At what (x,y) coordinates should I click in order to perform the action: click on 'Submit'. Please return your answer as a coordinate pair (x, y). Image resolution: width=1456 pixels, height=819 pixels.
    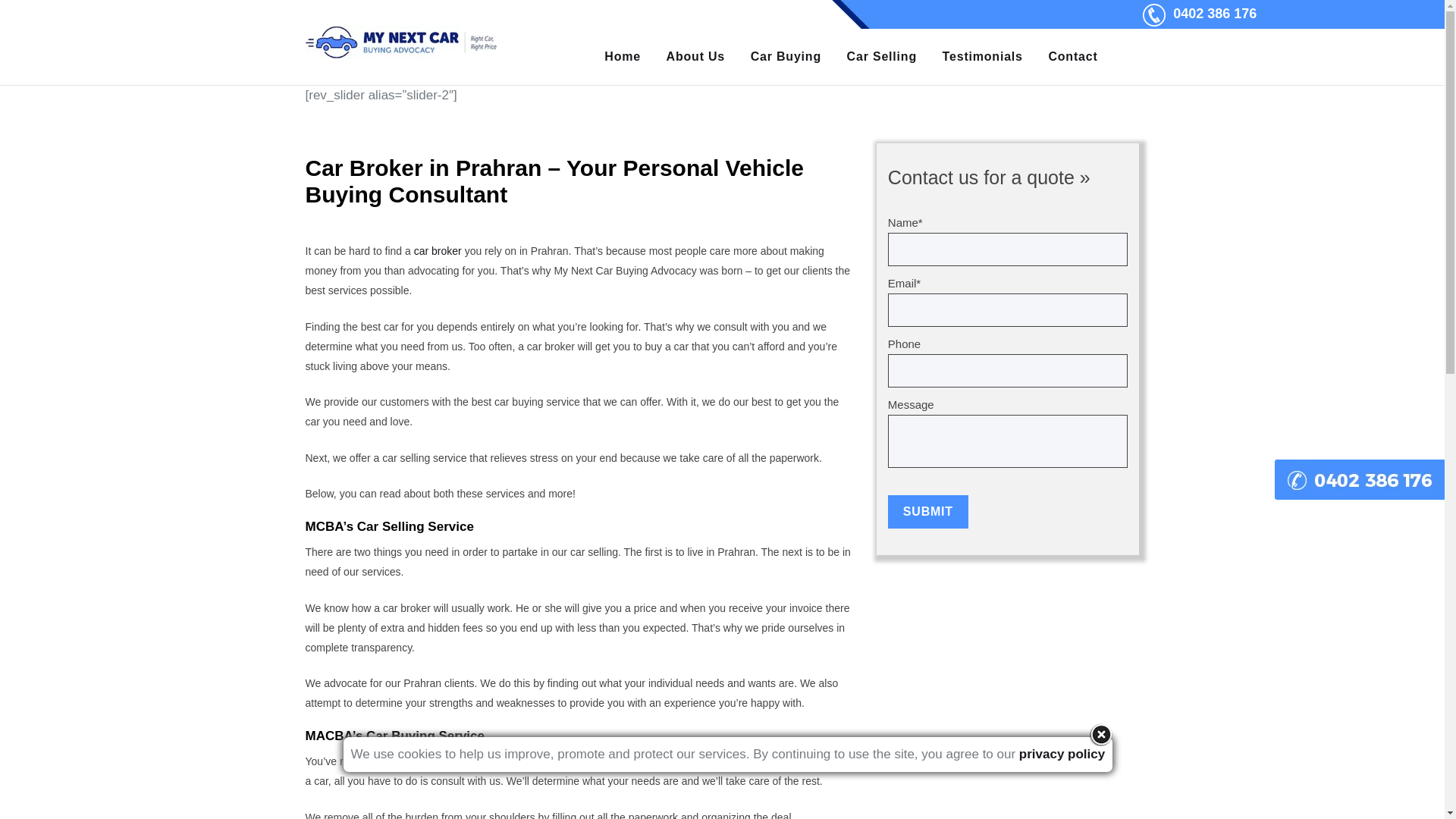
    Looking at the image, I should click on (927, 512).